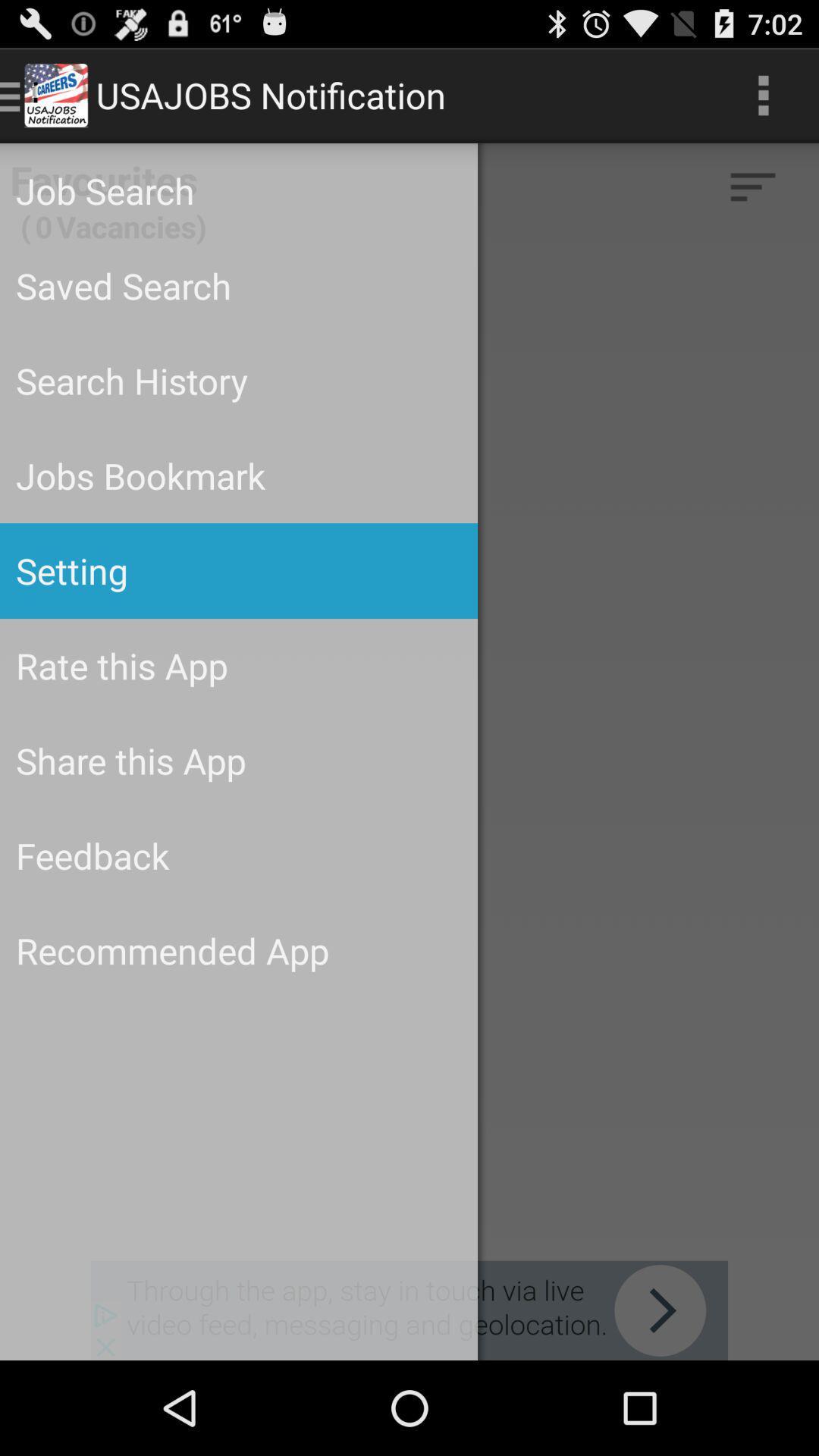 The image size is (819, 1456). I want to click on the filter_list icon, so click(752, 190).